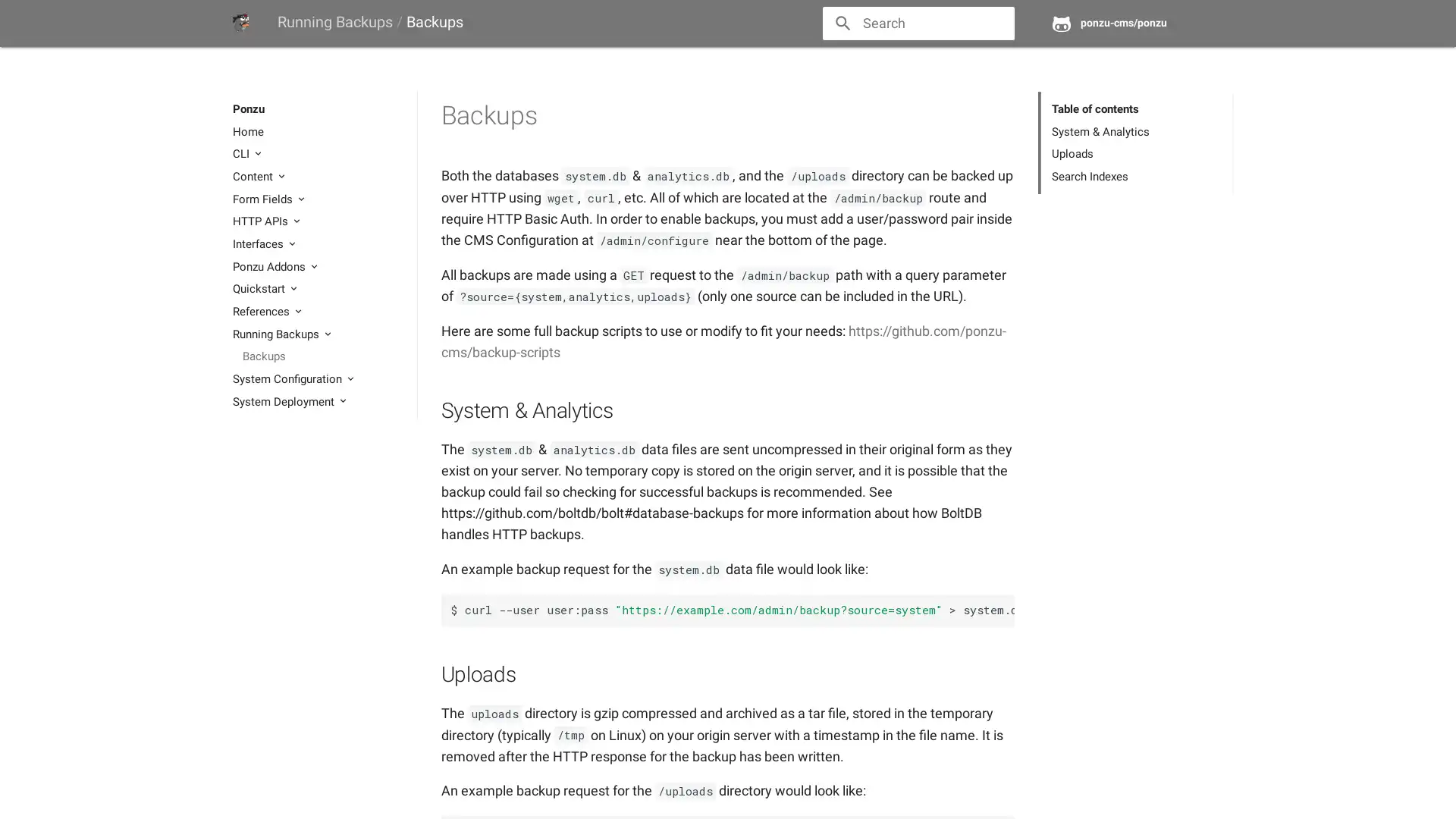 This screenshot has width=1456, height=819. Describe the element at coordinates (994, 23) in the screenshot. I see `close` at that location.